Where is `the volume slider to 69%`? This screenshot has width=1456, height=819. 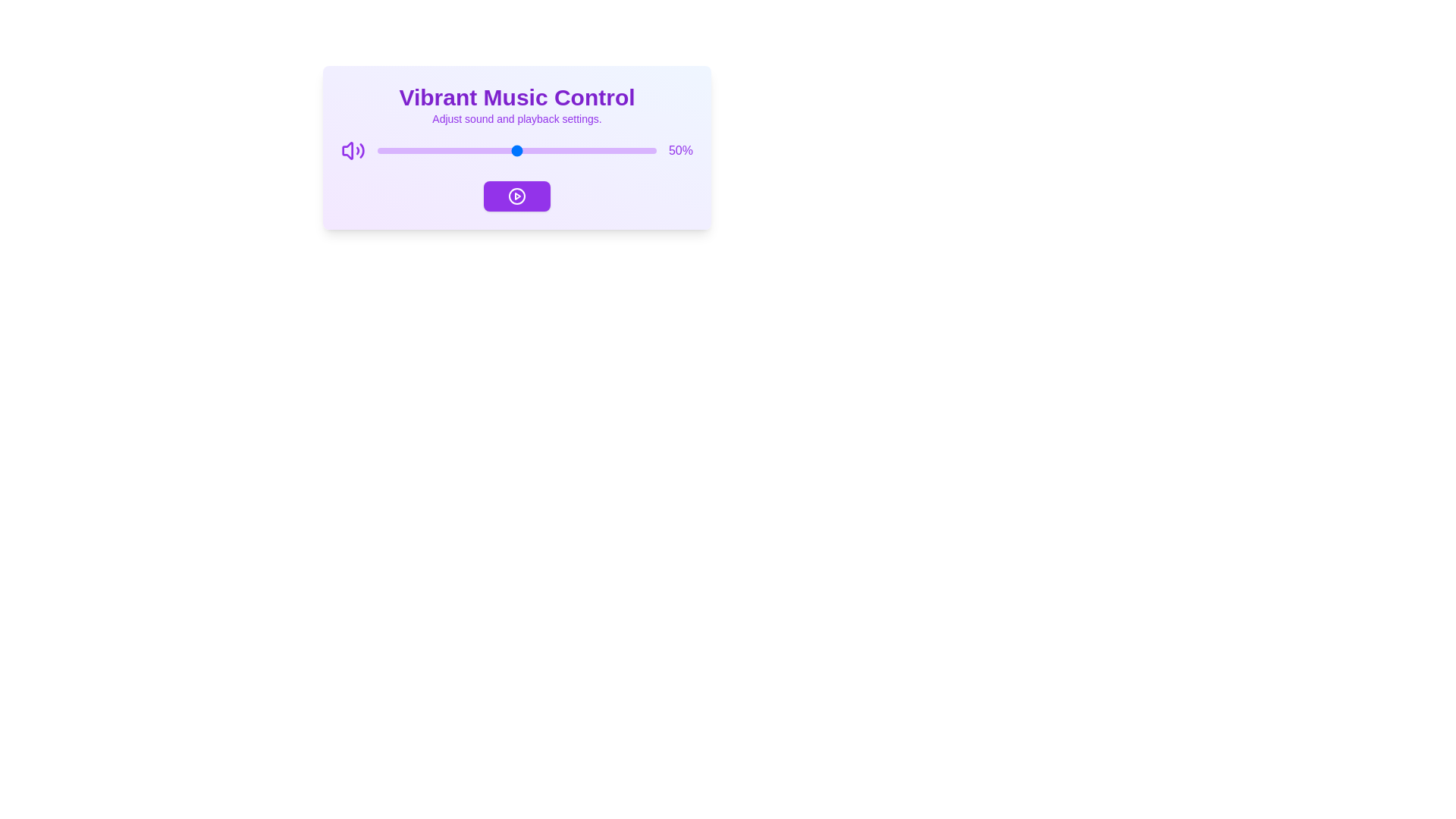 the volume slider to 69% is located at coordinates (569, 151).